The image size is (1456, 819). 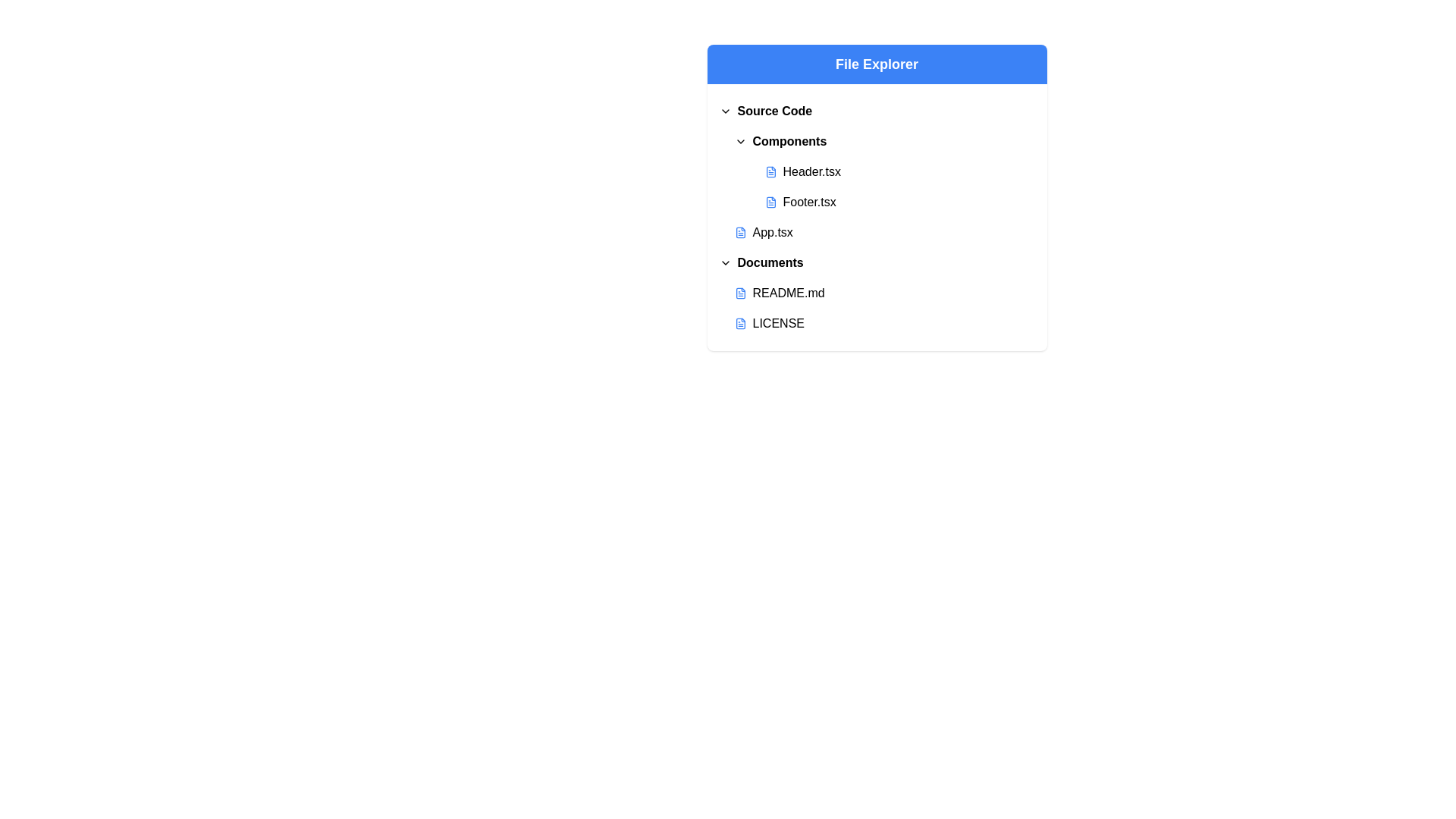 I want to click on the collapsible folder node in the 'Source Code' section of the file explorer, so click(x=884, y=141).